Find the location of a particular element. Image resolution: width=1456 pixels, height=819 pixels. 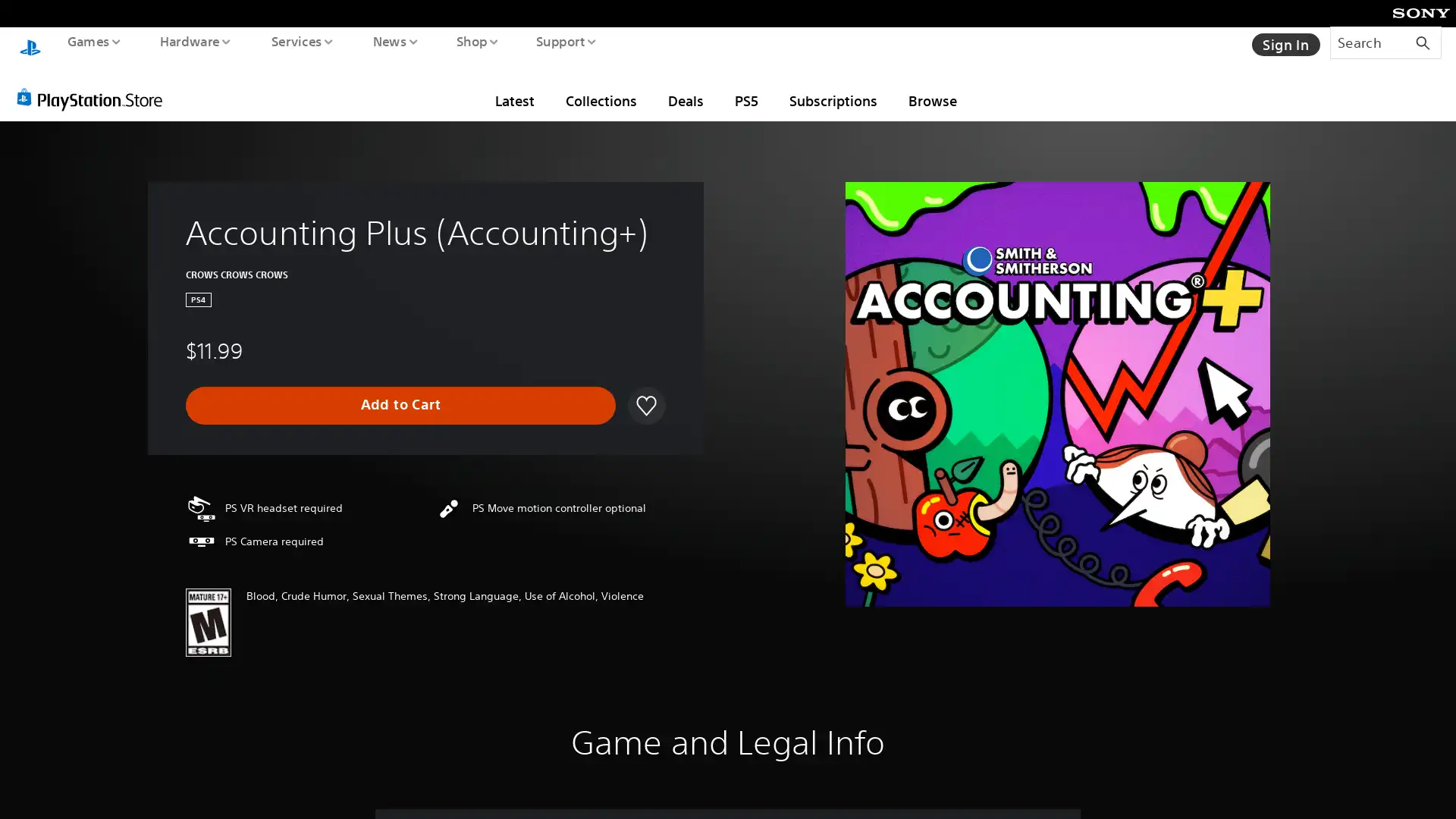

Add to Wishlist is located at coordinates (645, 390).